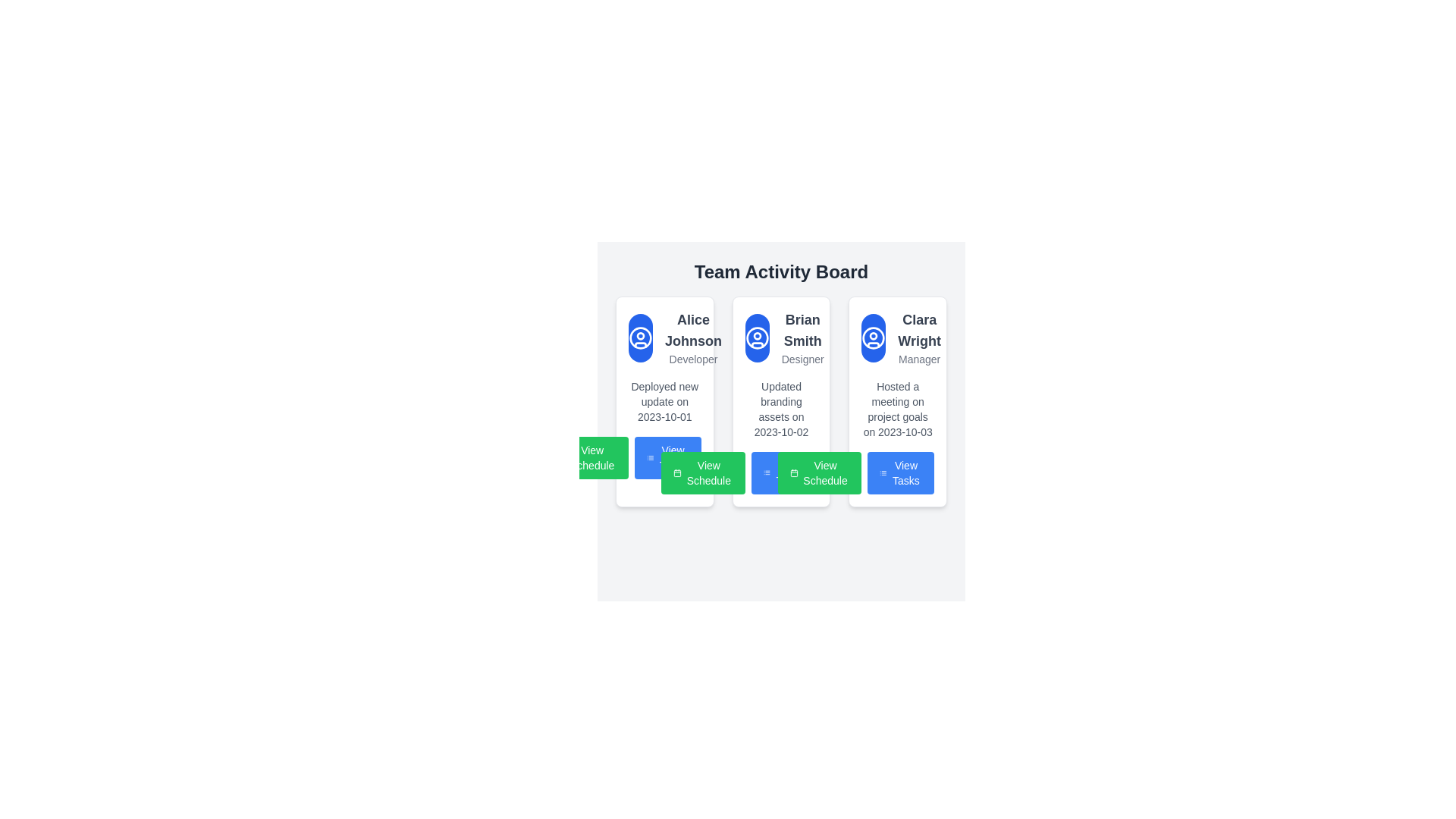 Image resolution: width=1456 pixels, height=819 pixels. What do you see at coordinates (818, 472) in the screenshot?
I see `the green 'View Schedule' button with a calendar icon` at bounding box center [818, 472].